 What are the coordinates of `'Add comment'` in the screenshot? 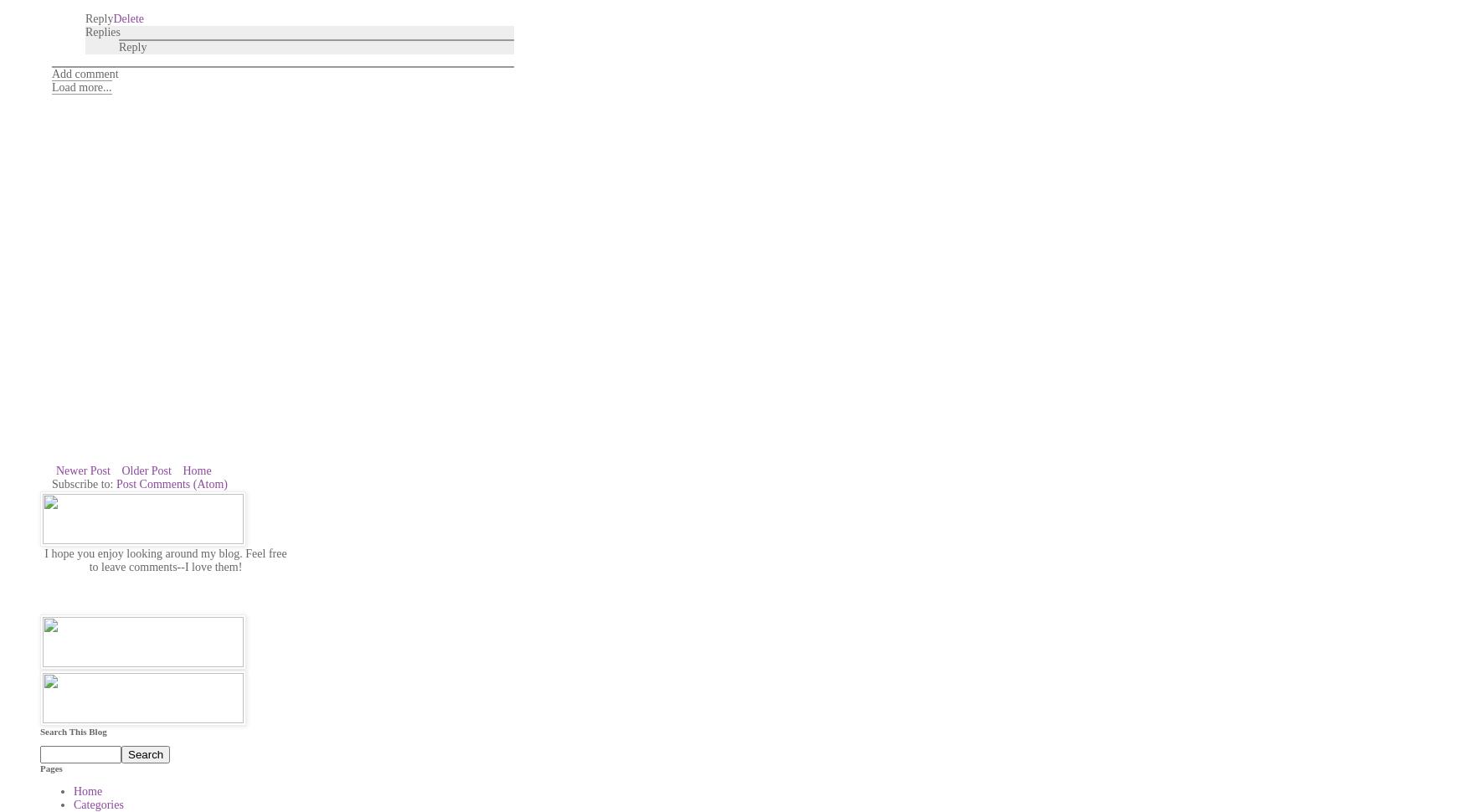 It's located at (50, 72).